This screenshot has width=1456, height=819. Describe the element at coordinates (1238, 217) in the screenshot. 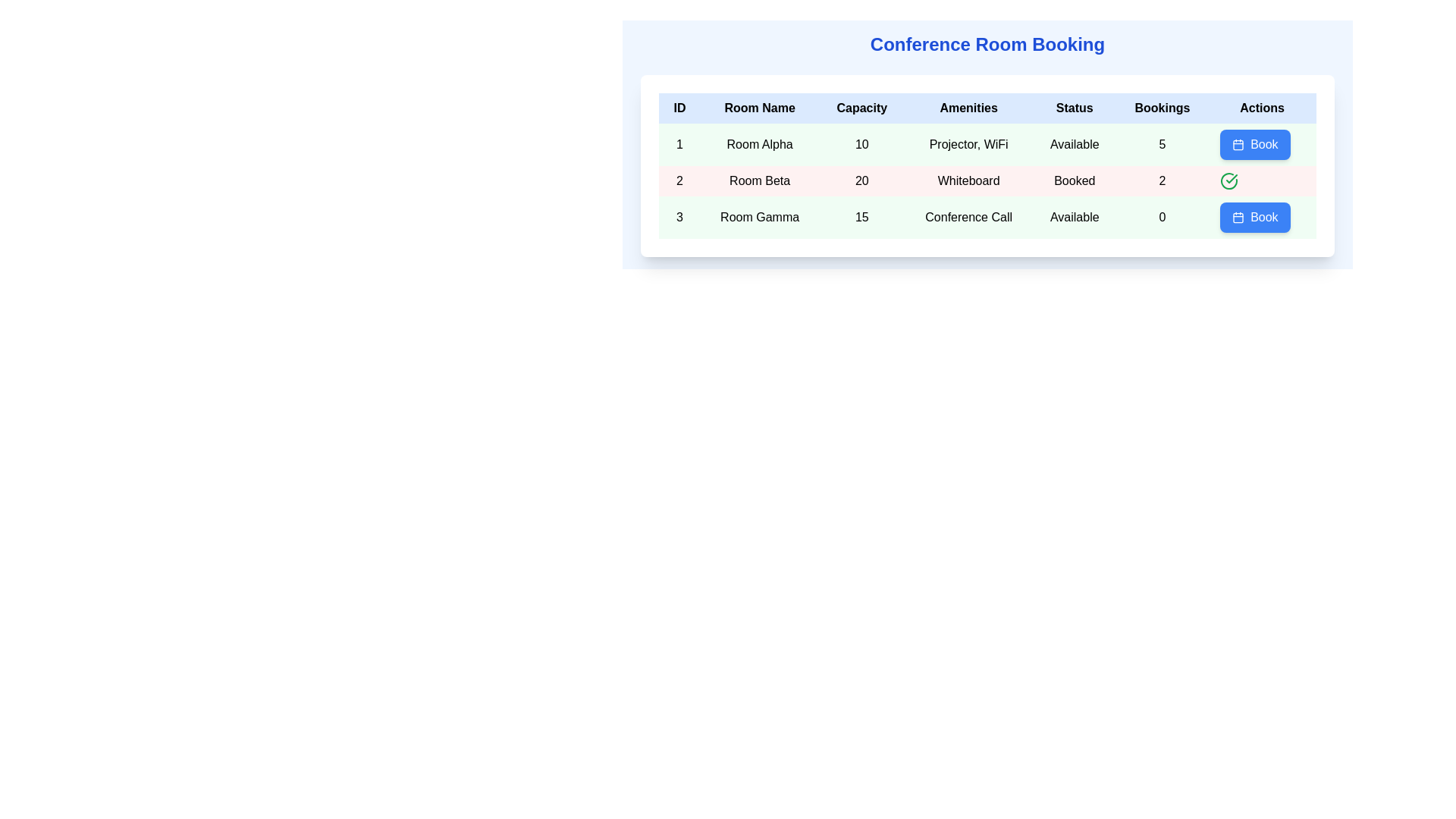

I see `the small calendar icon within the blue 'Book' button located in the 'Actions' column of the third row for 'Room Gamma'` at that location.